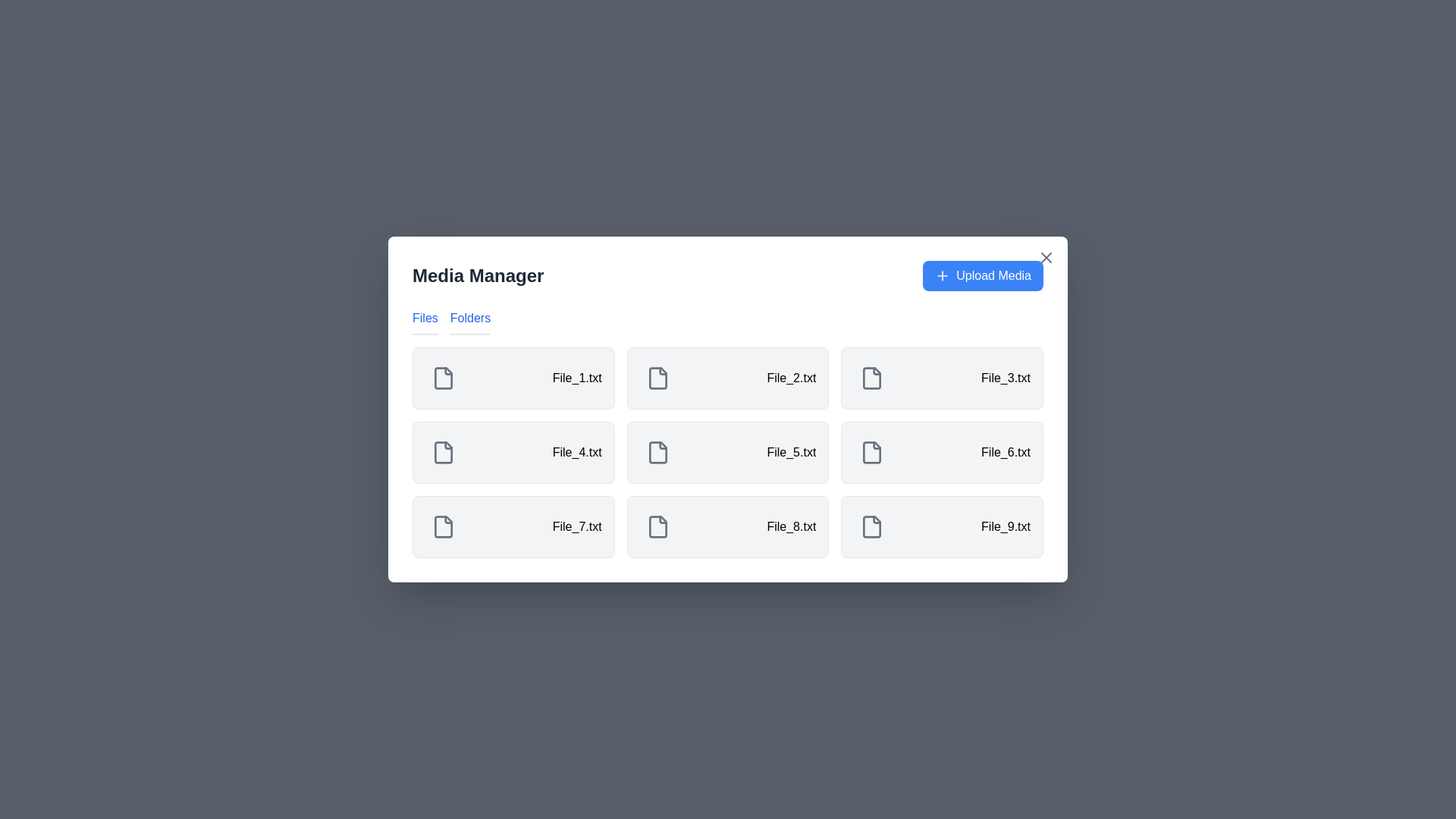  I want to click on the cross icon styled as an 'X' located at the top-right corner of the interface, near the 'Upload Media' button, so click(1046, 256).